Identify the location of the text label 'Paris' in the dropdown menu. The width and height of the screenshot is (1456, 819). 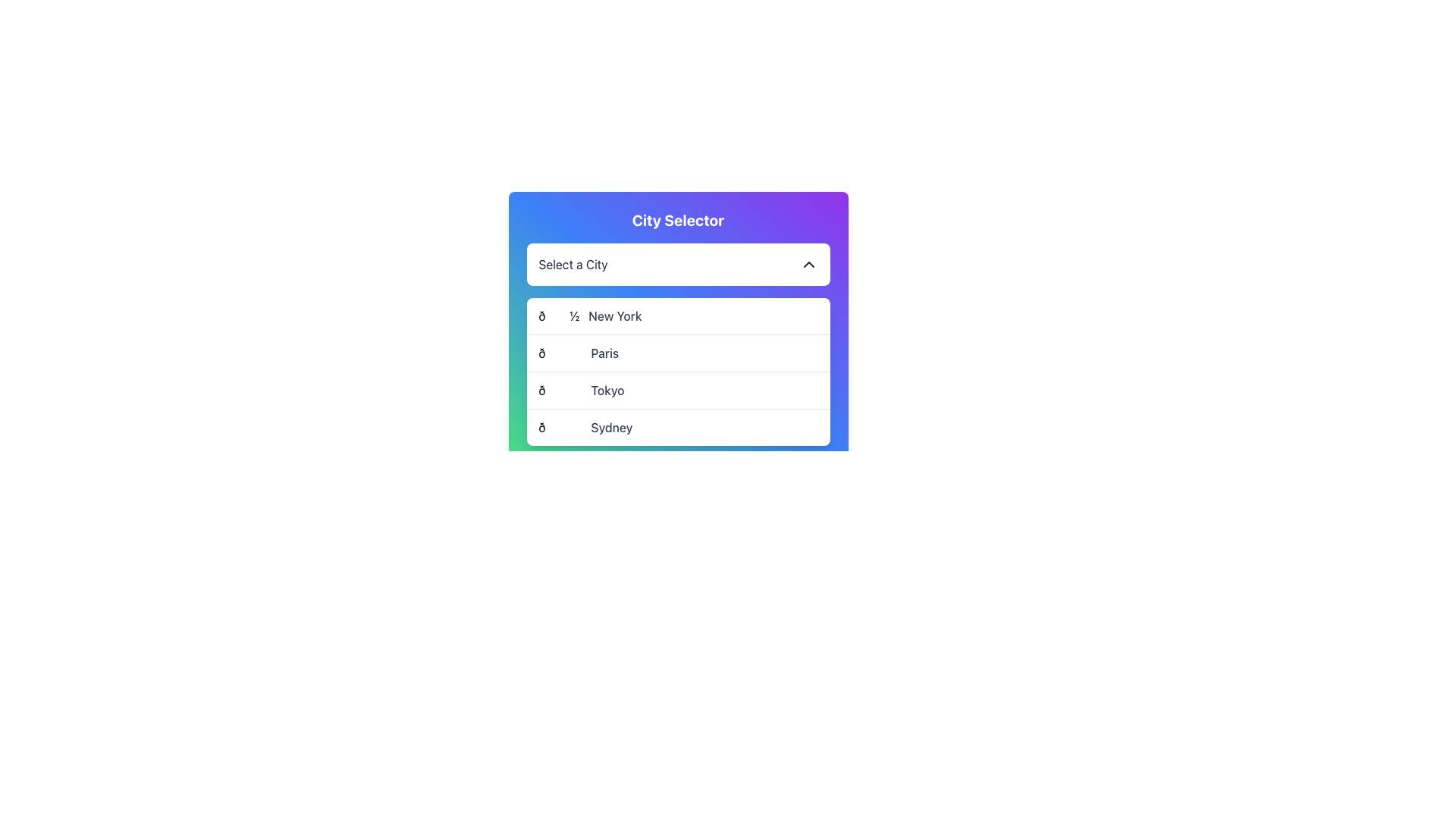
(604, 353).